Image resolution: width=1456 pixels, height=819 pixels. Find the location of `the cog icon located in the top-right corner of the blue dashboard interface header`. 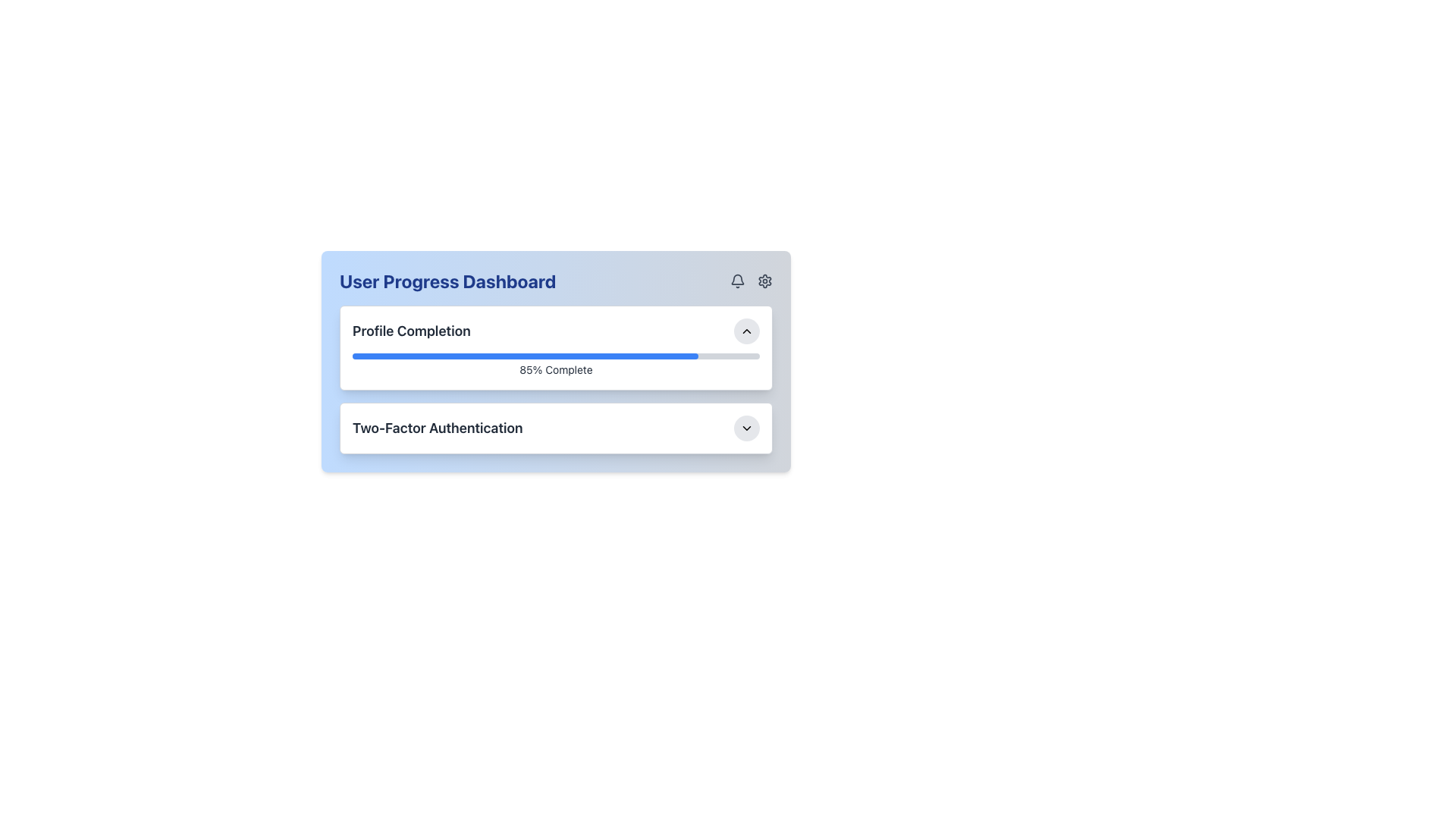

the cog icon located in the top-right corner of the blue dashboard interface header is located at coordinates (764, 281).